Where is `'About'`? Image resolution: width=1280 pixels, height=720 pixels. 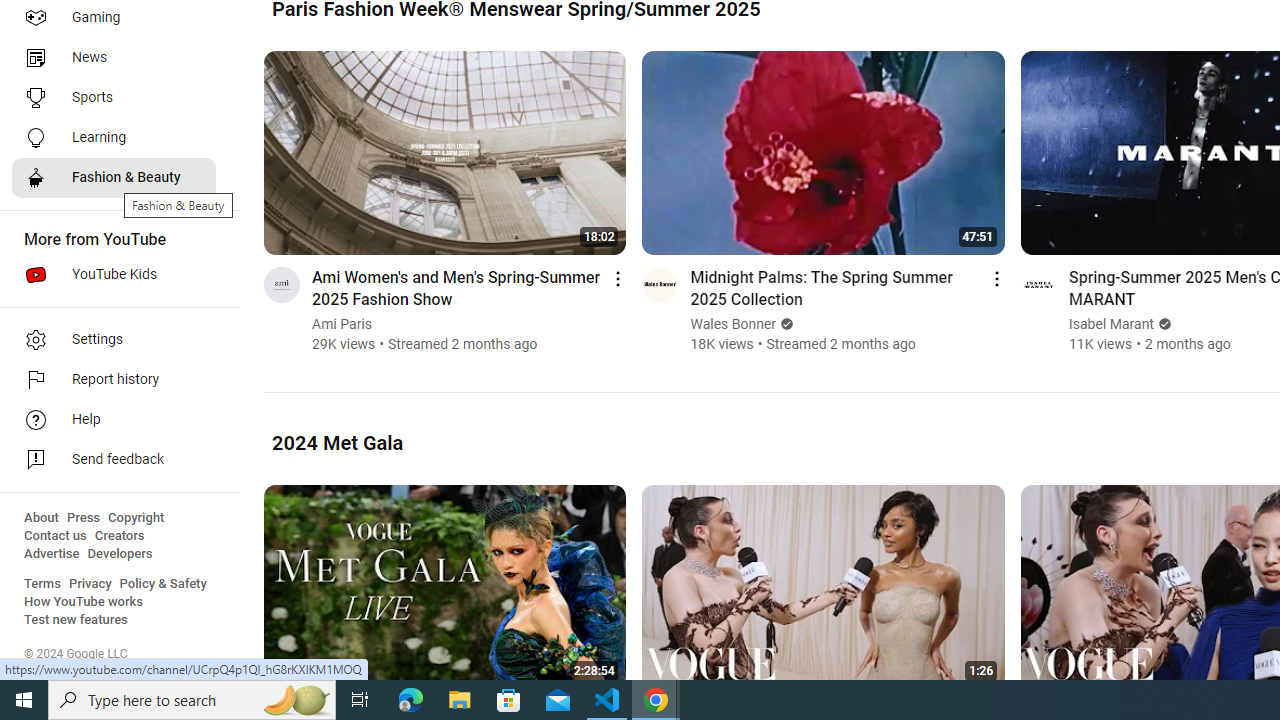 'About' is located at coordinates (41, 517).